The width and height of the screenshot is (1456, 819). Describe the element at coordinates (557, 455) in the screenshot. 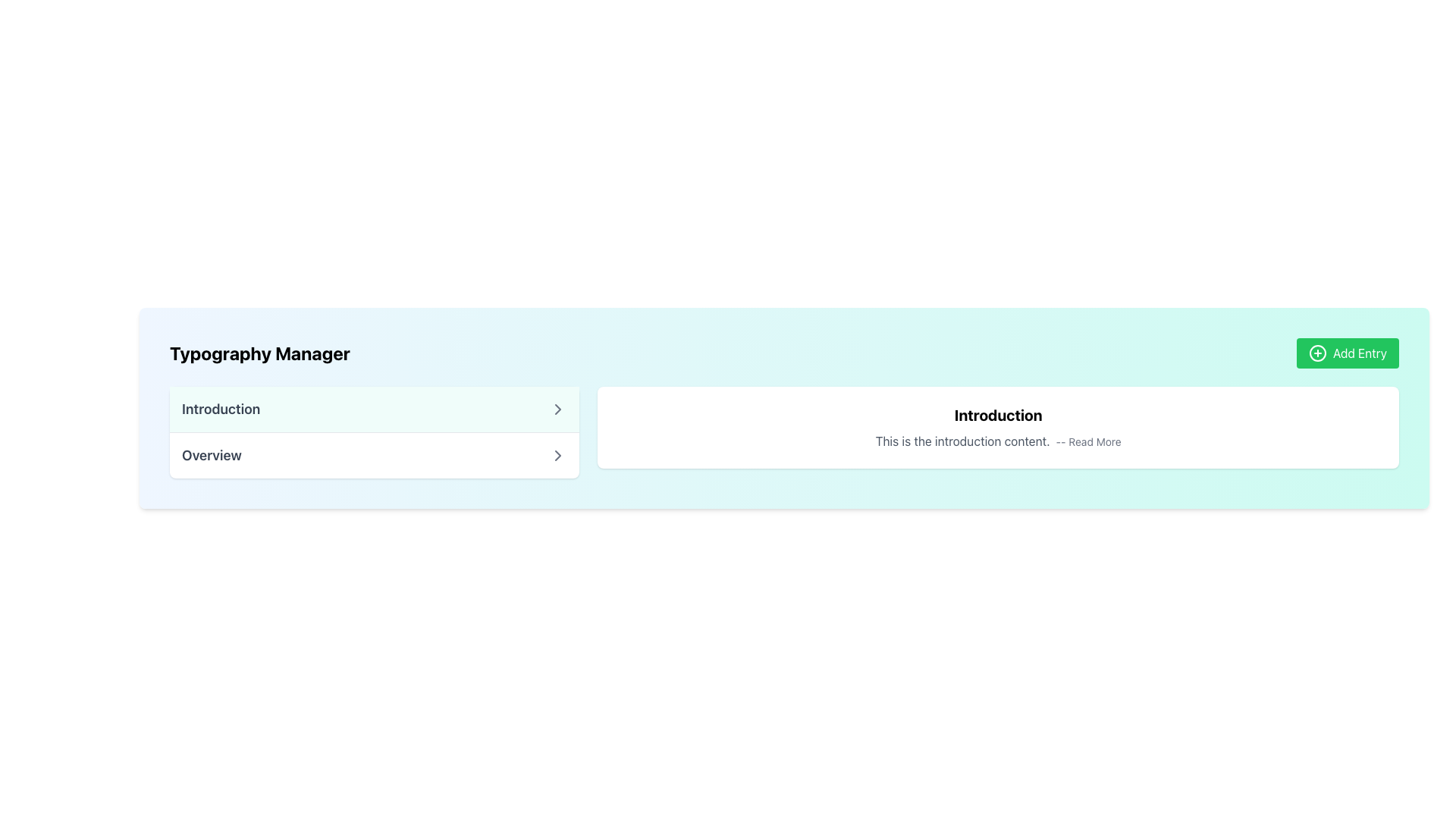

I see `the second chevron icon in the navigation list under the 'Typography Manager' heading, which serves as a navigation indicator for the 'Overview' list item` at that location.